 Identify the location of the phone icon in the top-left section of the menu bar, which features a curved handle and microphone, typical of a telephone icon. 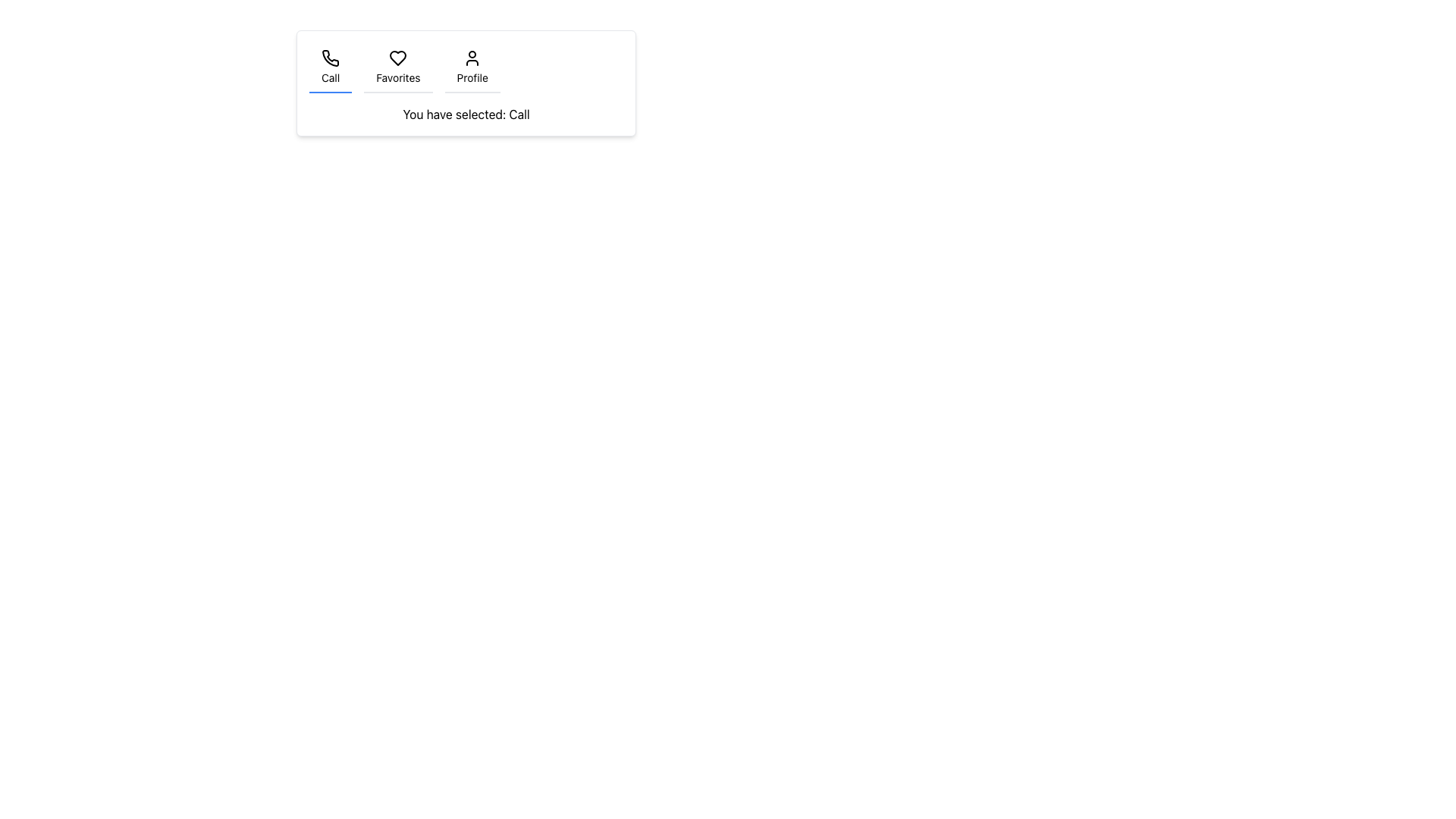
(330, 58).